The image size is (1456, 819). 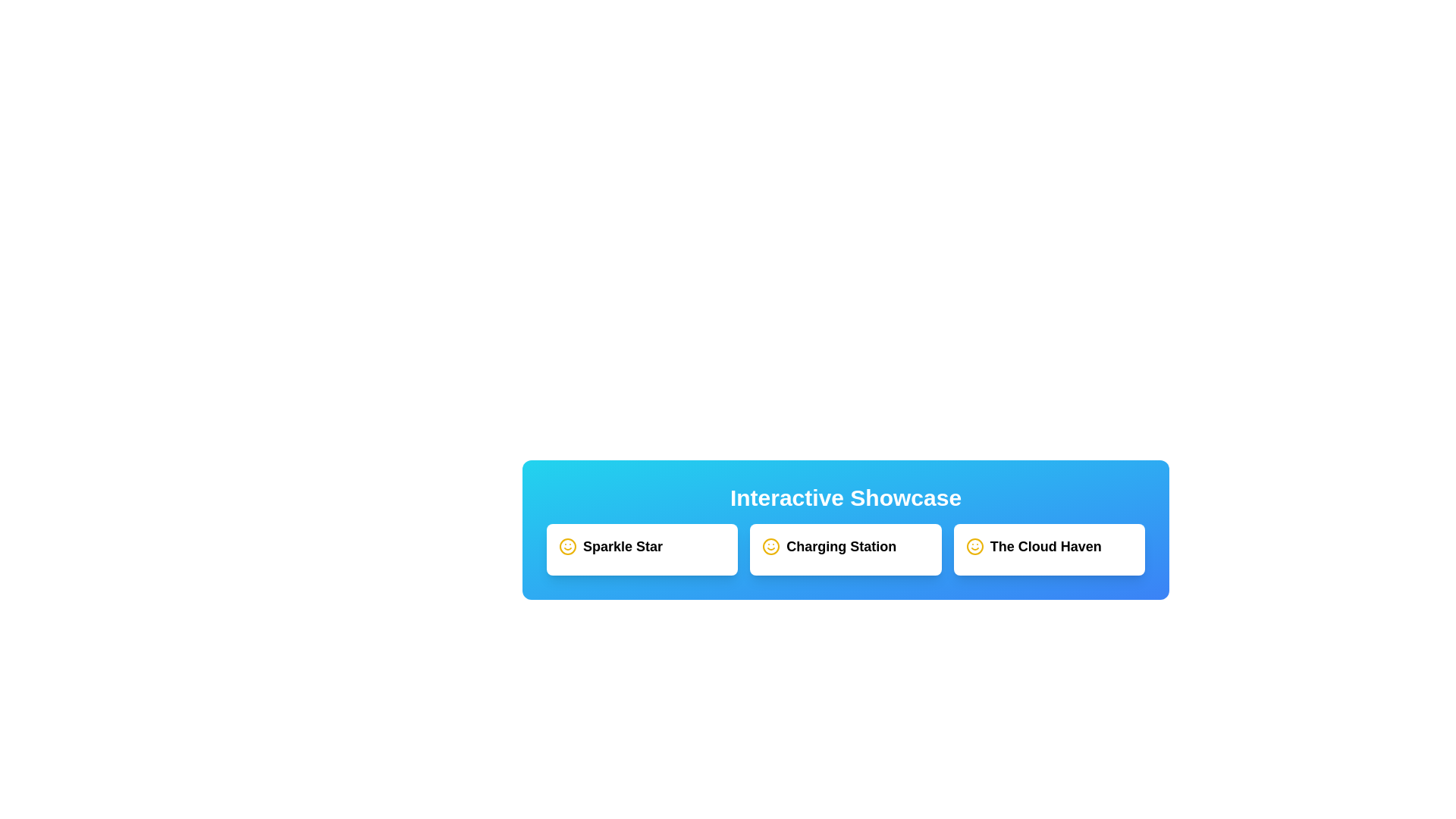 I want to click on the circular SVG graphical component representing a smiley face within the 'Charging Station' button in the Interactive Showcase, so click(x=974, y=547).